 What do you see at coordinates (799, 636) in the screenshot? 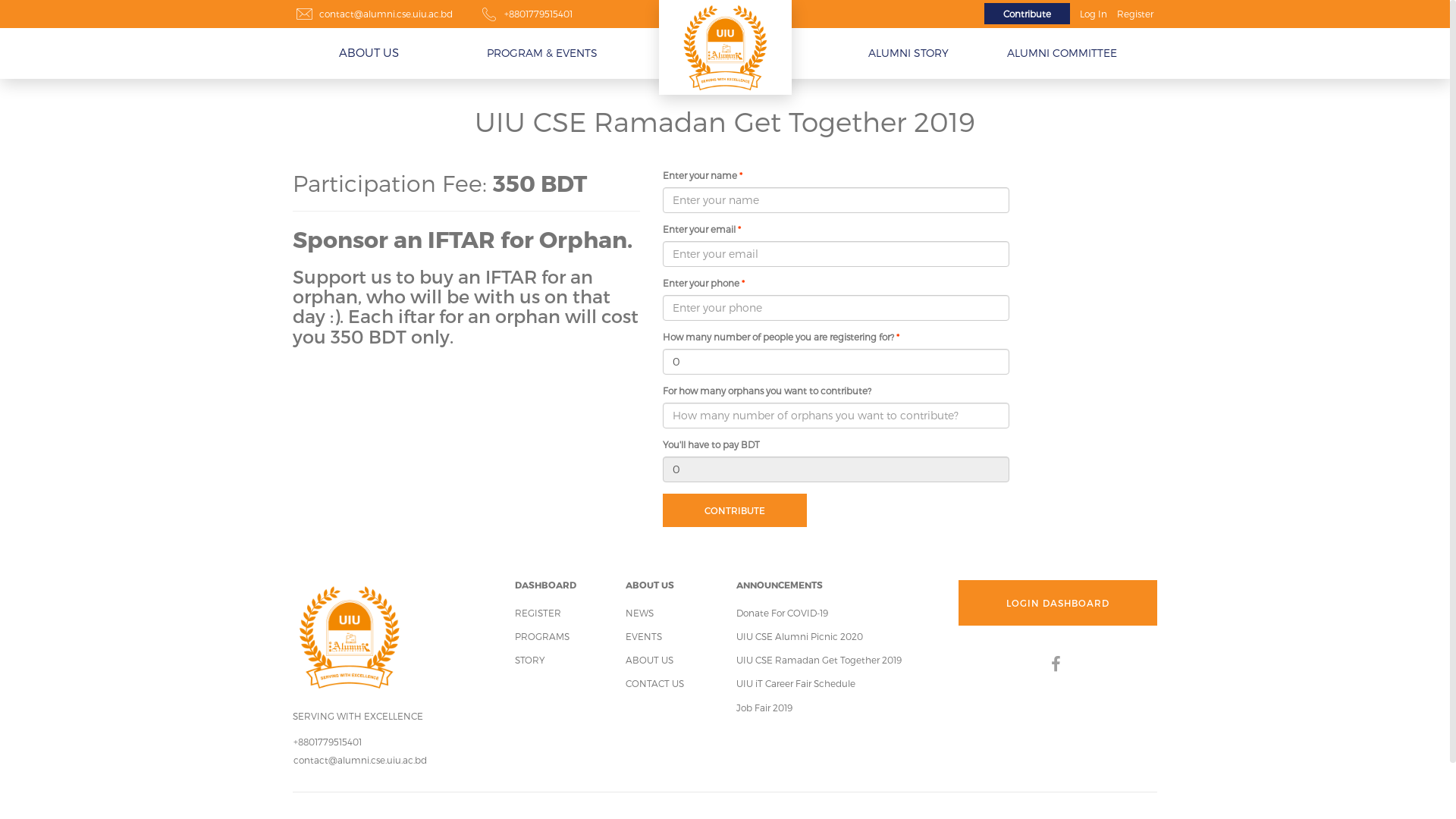
I see `'UIU CSE Alumni Picnic 2020'` at bounding box center [799, 636].